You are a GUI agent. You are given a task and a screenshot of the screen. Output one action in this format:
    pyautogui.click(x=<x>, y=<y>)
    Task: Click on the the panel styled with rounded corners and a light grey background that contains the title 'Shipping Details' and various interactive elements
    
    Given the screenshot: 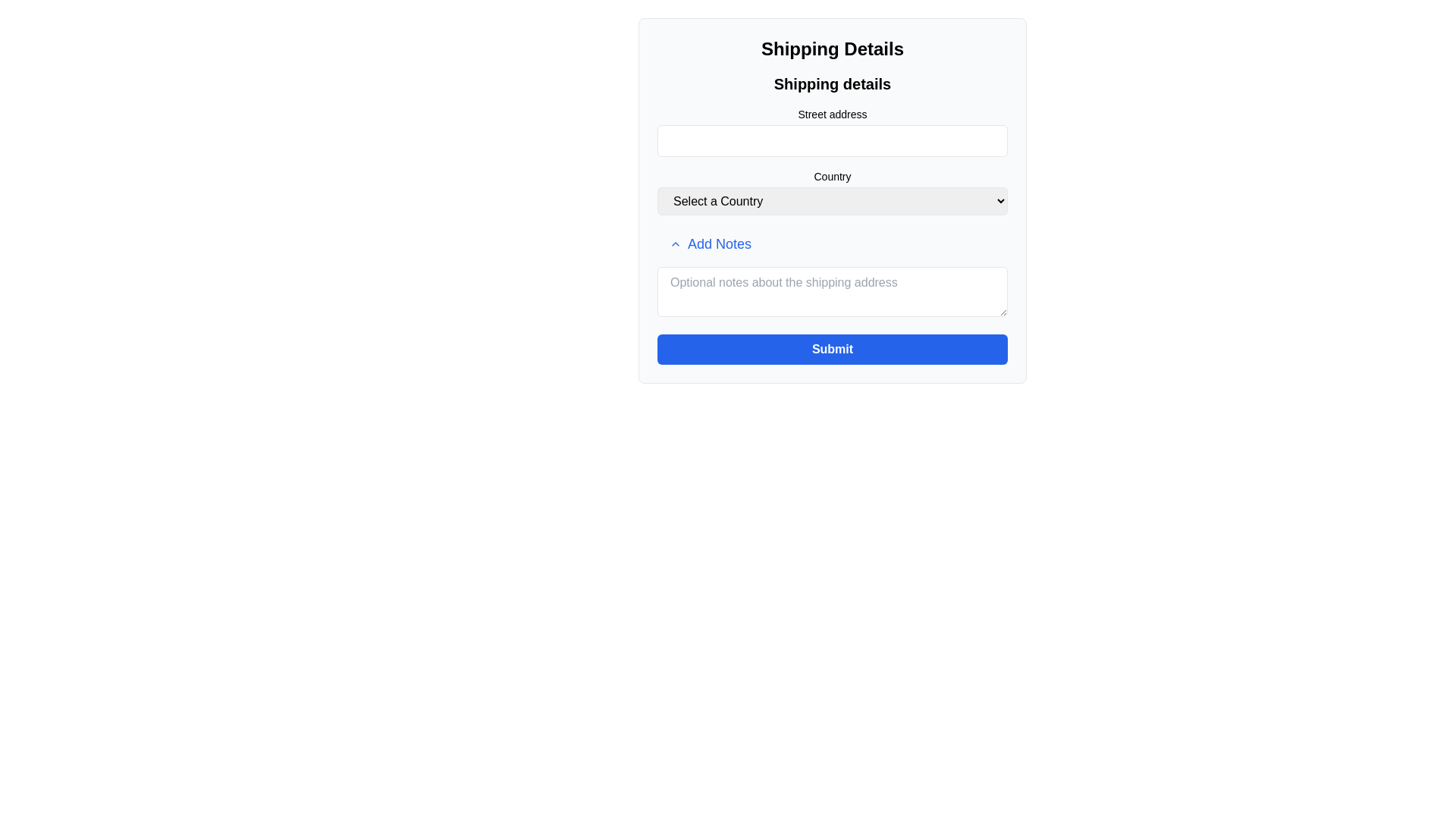 What is the action you would take?
    pyautogui.click(x=832, y=200)
    